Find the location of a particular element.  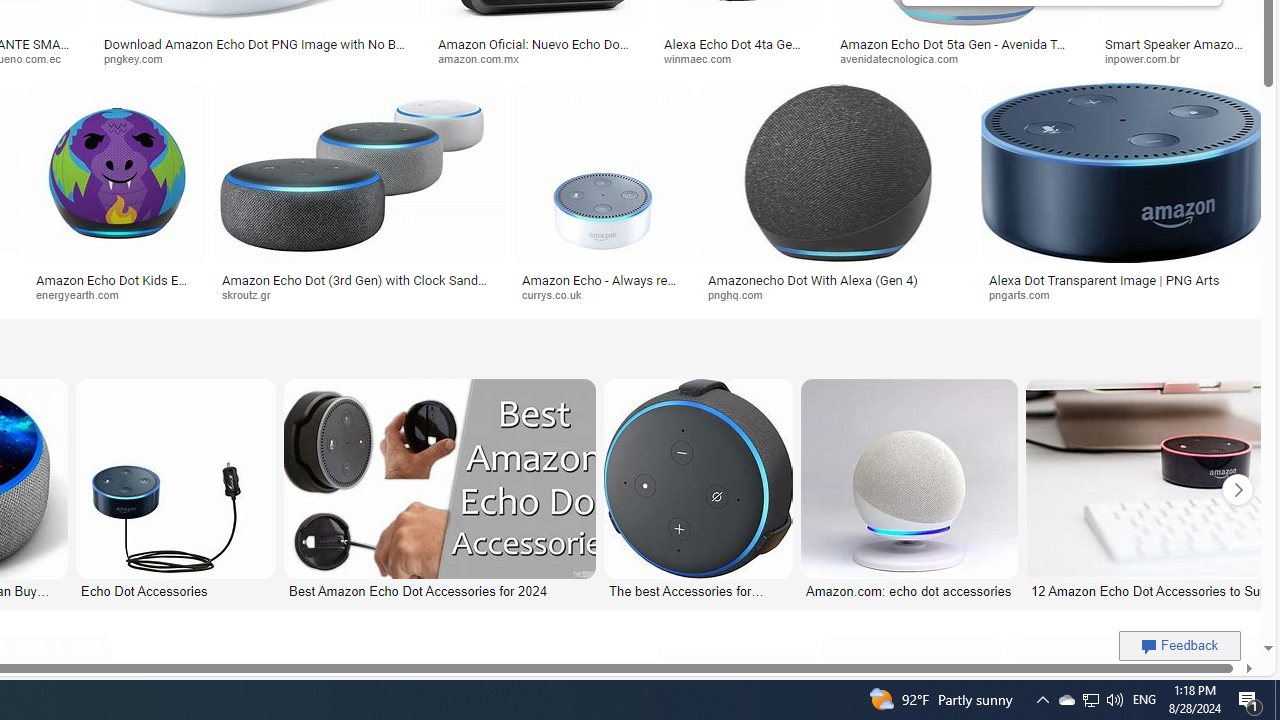

'Alexa Dot Transparent Image | PNG Artspngarts.comSave' is located at coordinates (1123, 196).